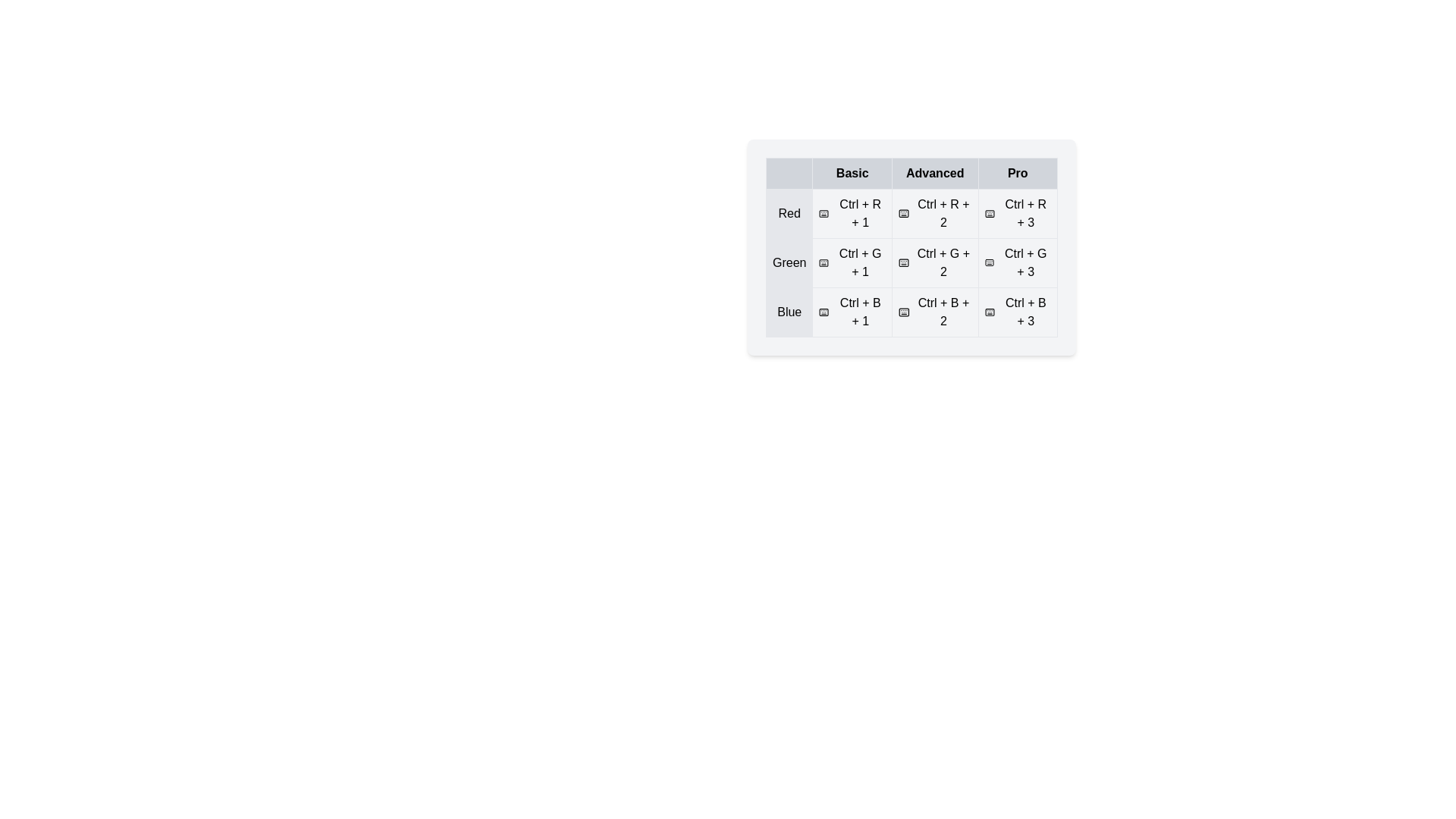 The width and height of the screenshot is (1456, 819). I want to click on text label displaying 'Ctrl + B + 3' which is accompanied by a keyboard icon, located in the bottom-right cell of the grid under the 'Blue' row and 'Pro' column, so click(1018, 312).